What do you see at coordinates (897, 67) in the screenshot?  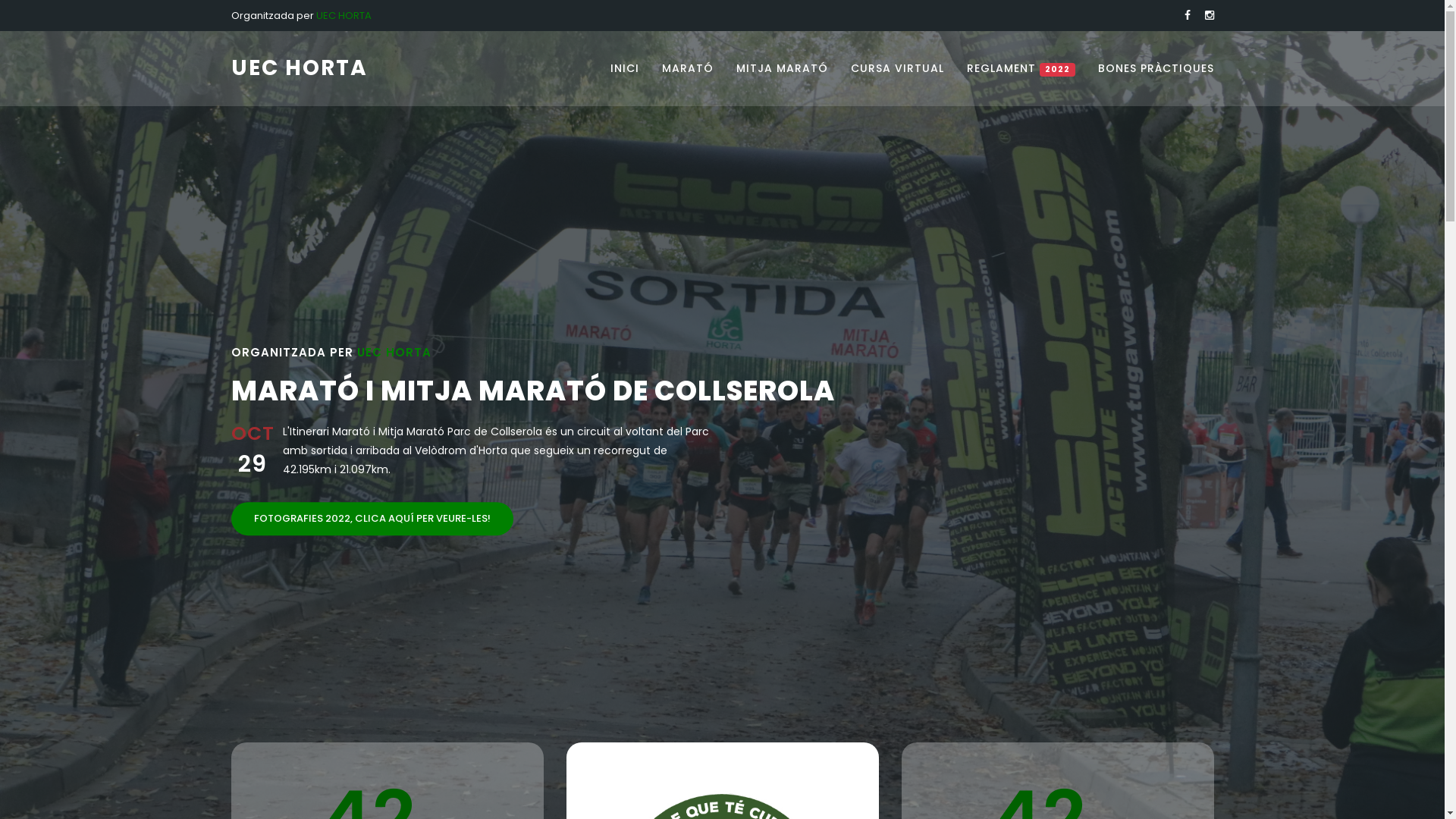 I see `'CURSA VIRTUAL'` at bounding box center [897, 67].